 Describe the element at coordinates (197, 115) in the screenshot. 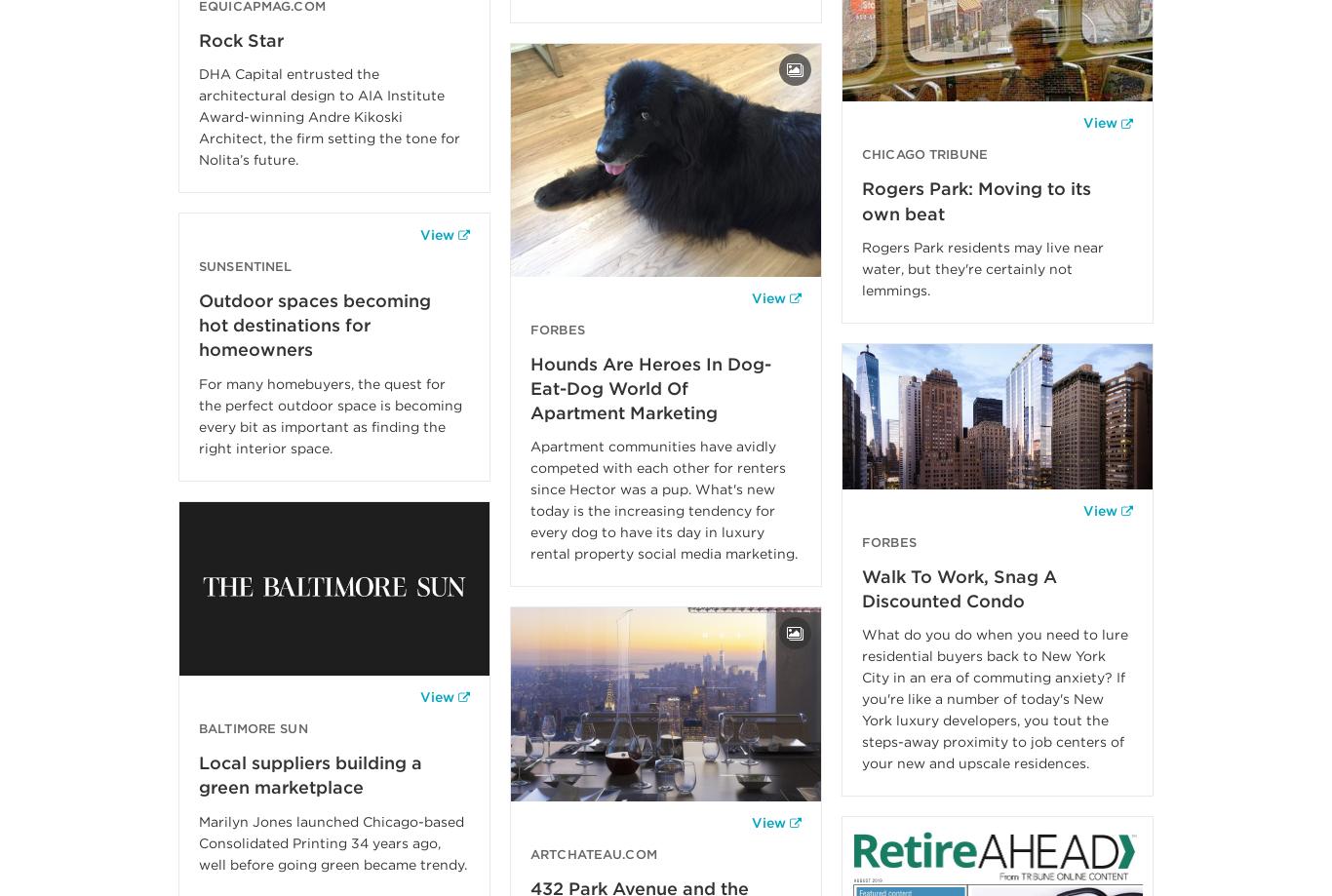

I see `'DHA Capital entrusted the architectural design to AIA Institute Award-winning Andre Kikoski Architect, the firm setting the tone for Nolita’s future.'` at that location.